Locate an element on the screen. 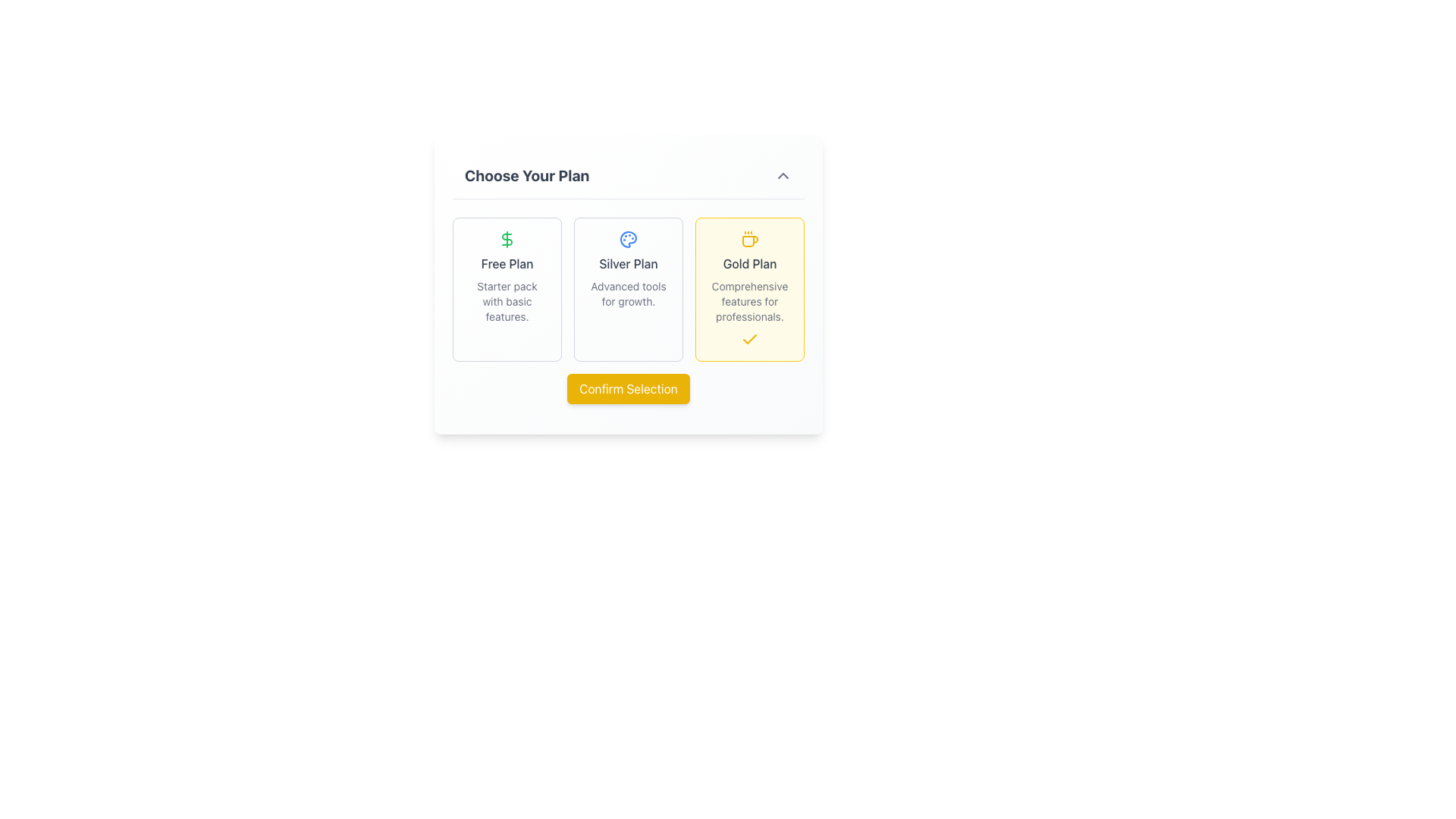  the 'Silver Plan' icon is located at coordinates (629, 239).